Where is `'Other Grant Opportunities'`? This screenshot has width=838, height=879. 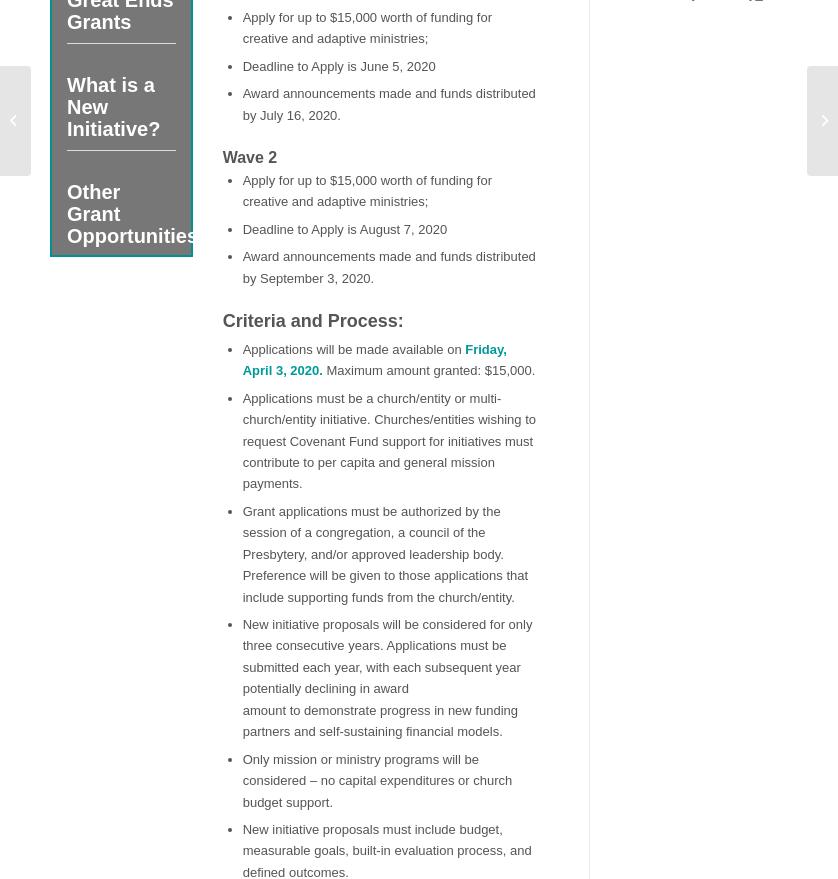 'Other Grant Opportunities' is located at coordinates (132, 212).